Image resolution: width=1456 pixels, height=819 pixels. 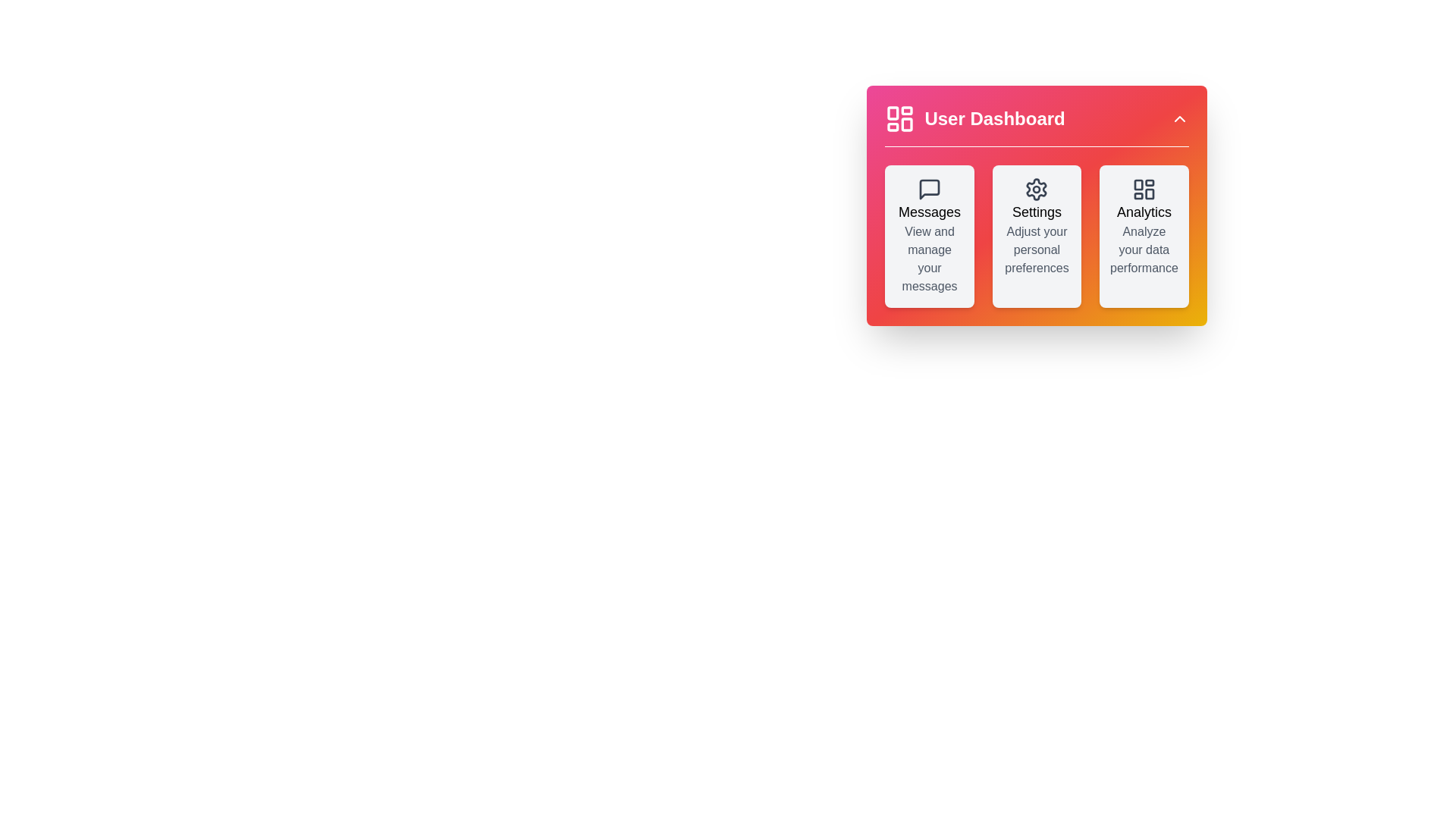 What do you see at coordinates (929, 237) in the screenshot?
I see `the Action card labeled 'Messages' which has a light gray background and a speech bubble icon at the top` at bounding box center [929, 237].